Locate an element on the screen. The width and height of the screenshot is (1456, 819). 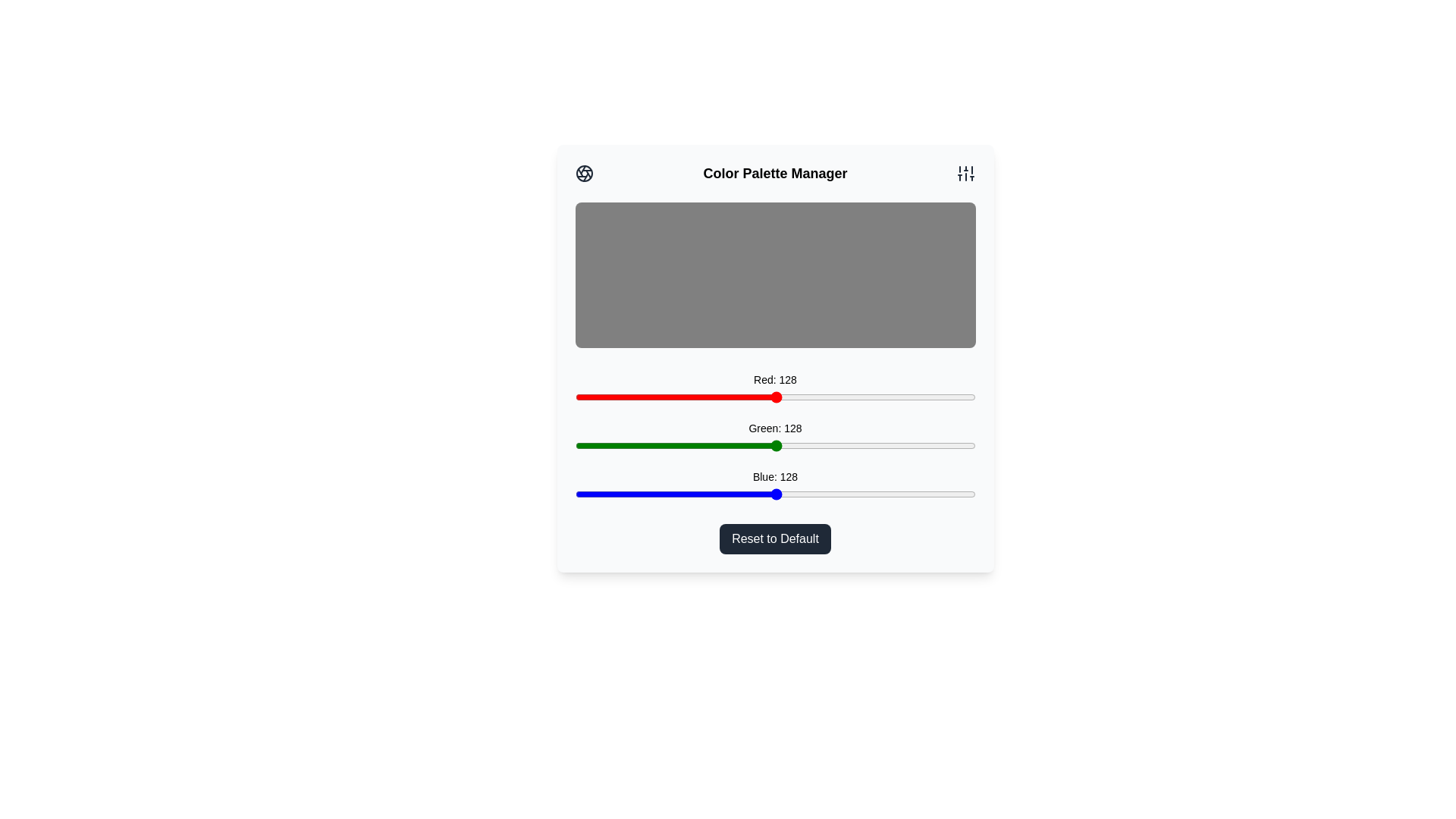
the blue slider to set the blue intensity to 161 is located at coordinates (827, 494).